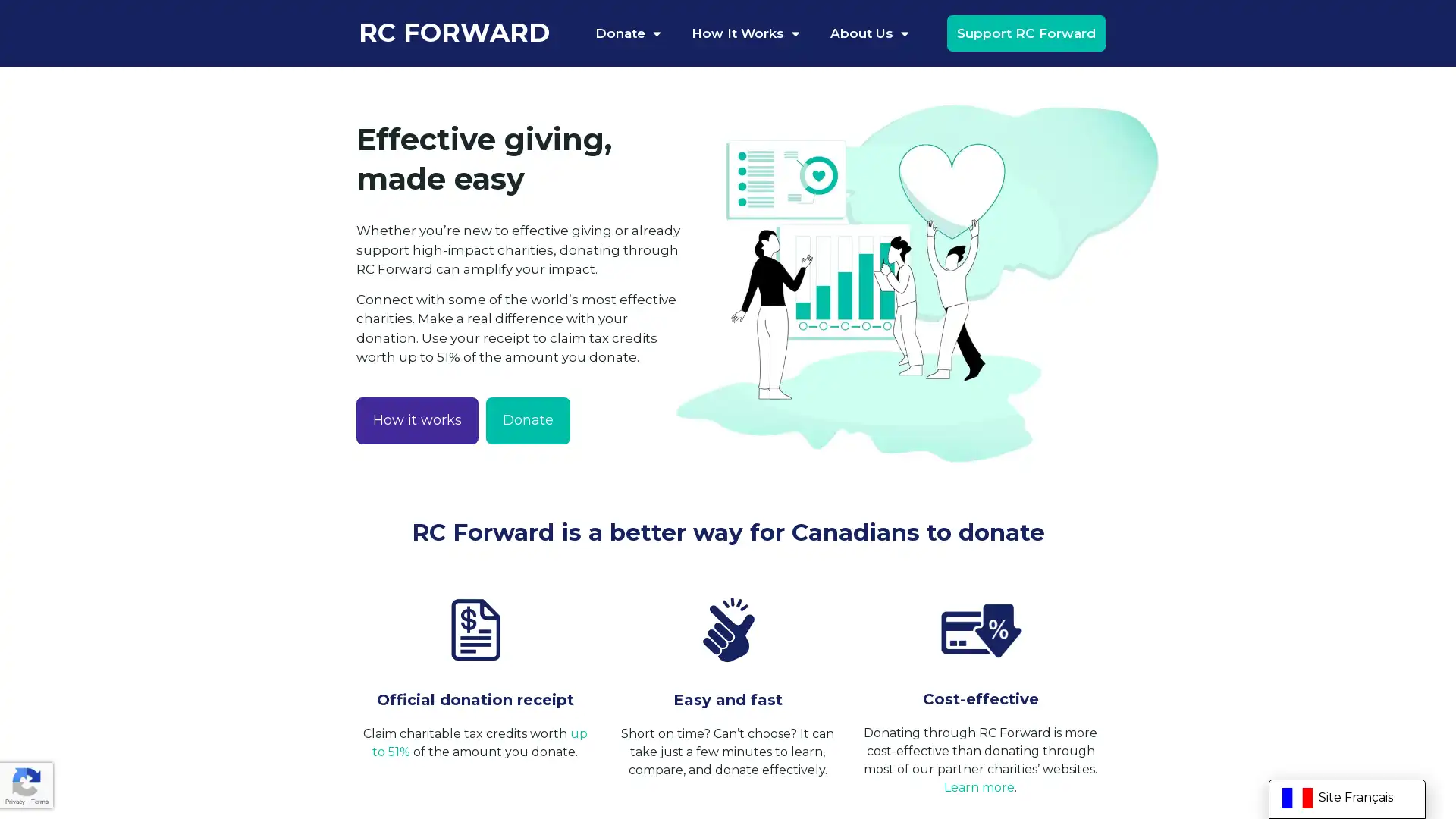 The height and width of the screenshot is (819, 1456). Describe the element at coordinates (1025, 33) in the screenshot. I see `Support RC Forward` at that location.